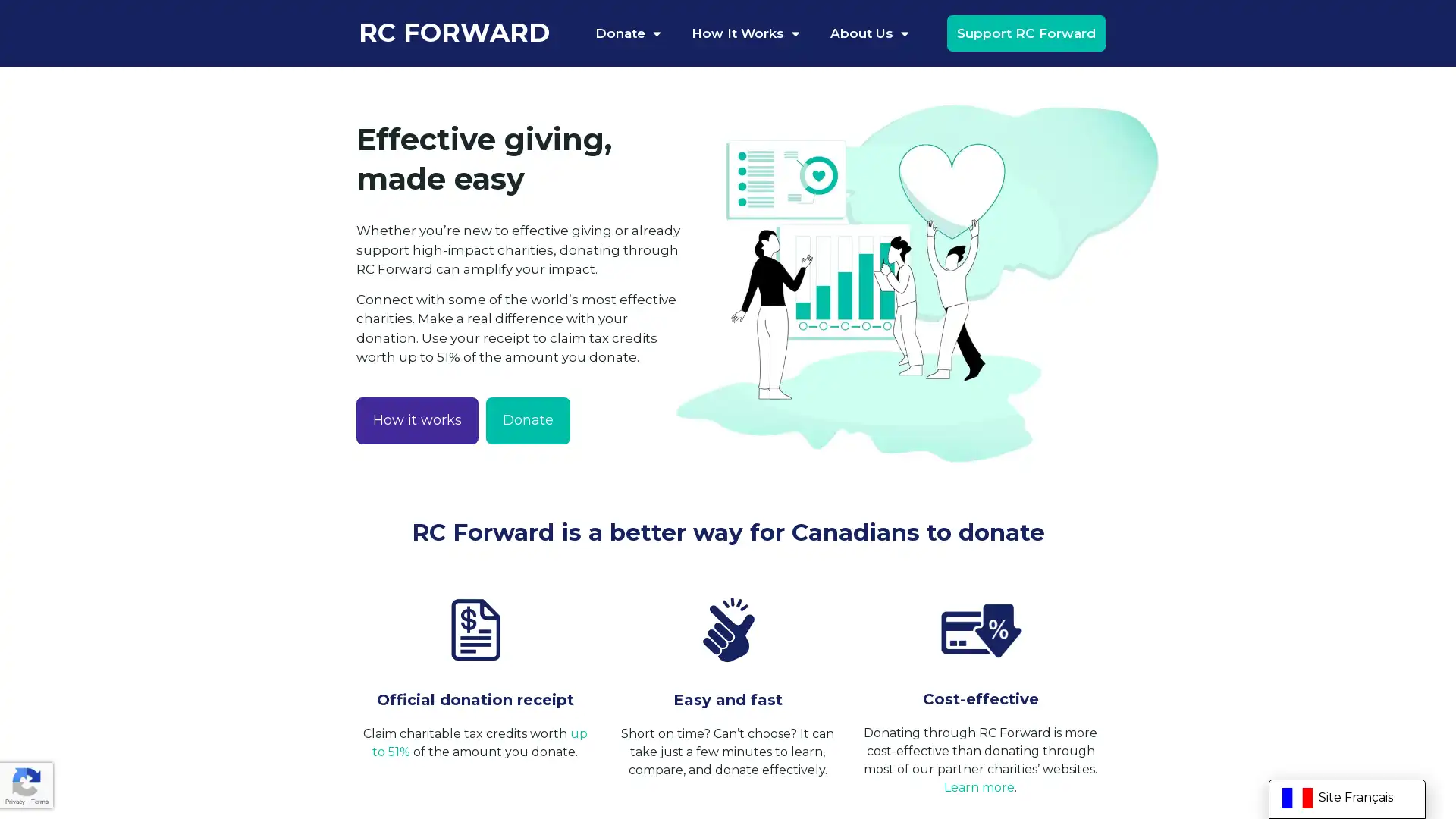 The height and width of the screenshot is (819, 1456). Describe the element at coordinates (1025, 33) in the screenshot. I see `Support RC Forward` at that location.